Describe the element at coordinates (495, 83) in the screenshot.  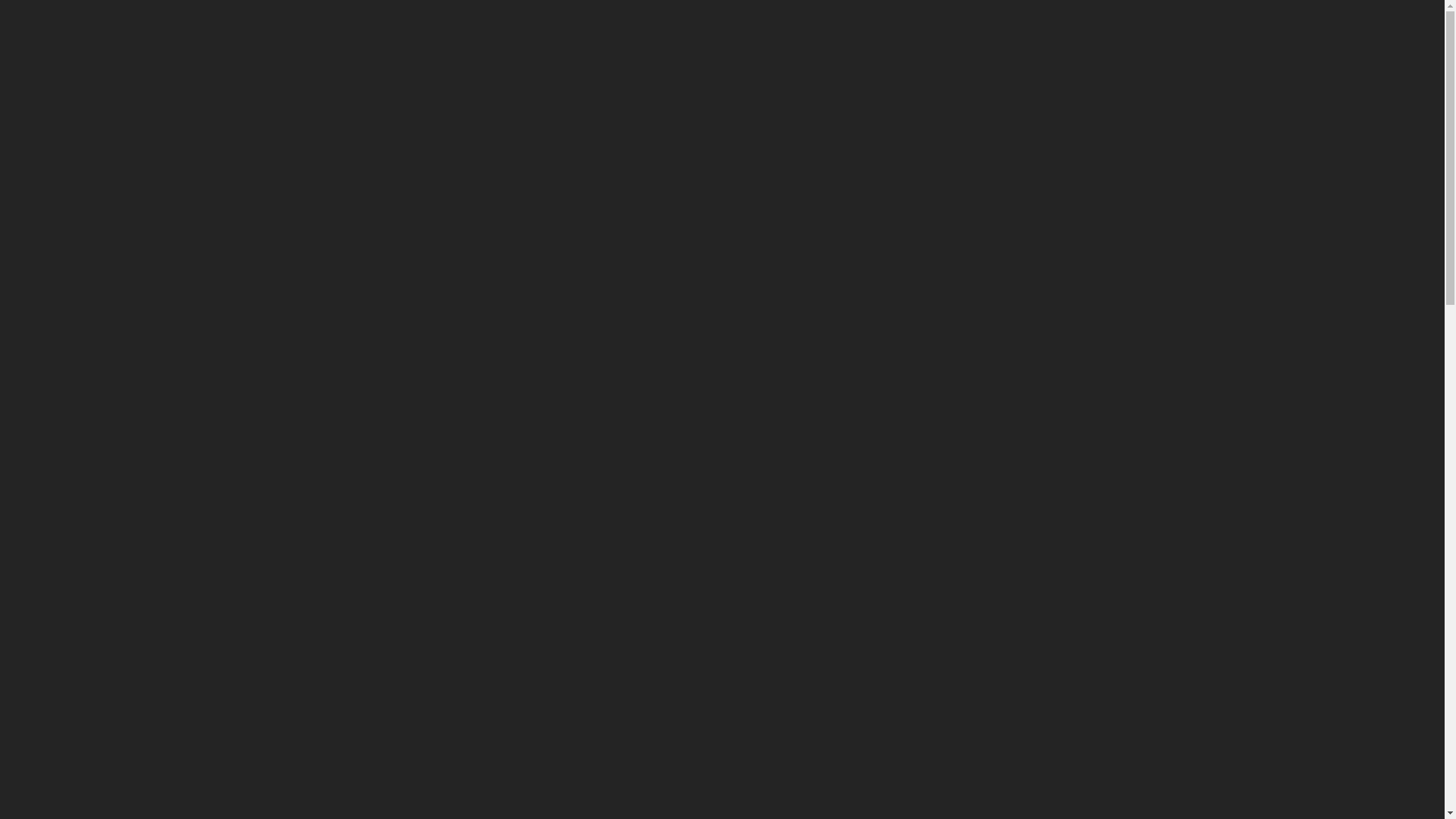
I see `'SERVICES'` at that location.